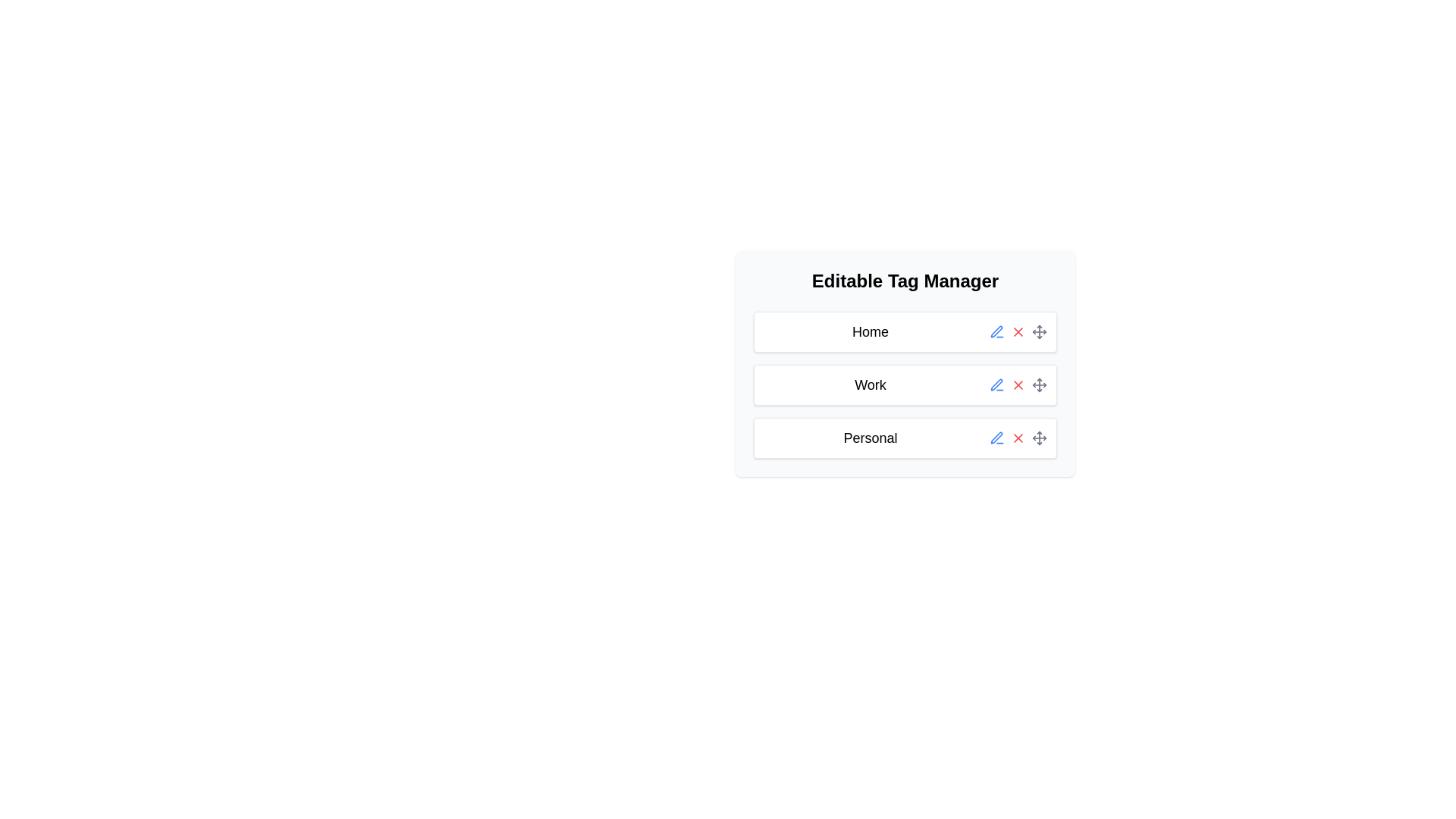 The width and height of the screenshot is (1456, 819). Describe the element at coordinates (1018, 331) in the screenshot. I see `the delete icon (cross or X shape) associated with the 'Home' tag` at that location.